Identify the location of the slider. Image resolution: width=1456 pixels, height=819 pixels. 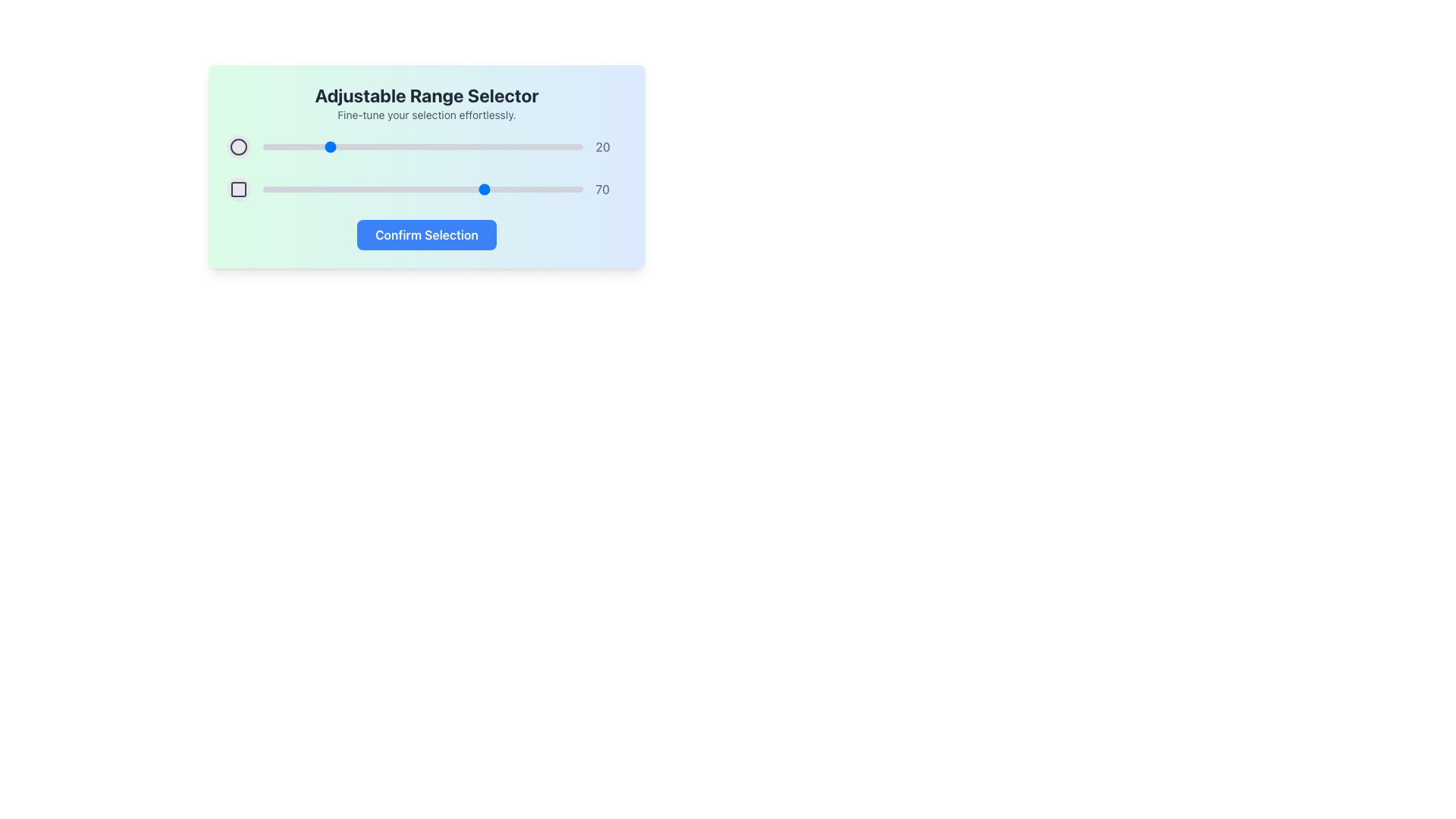
(279, 189).